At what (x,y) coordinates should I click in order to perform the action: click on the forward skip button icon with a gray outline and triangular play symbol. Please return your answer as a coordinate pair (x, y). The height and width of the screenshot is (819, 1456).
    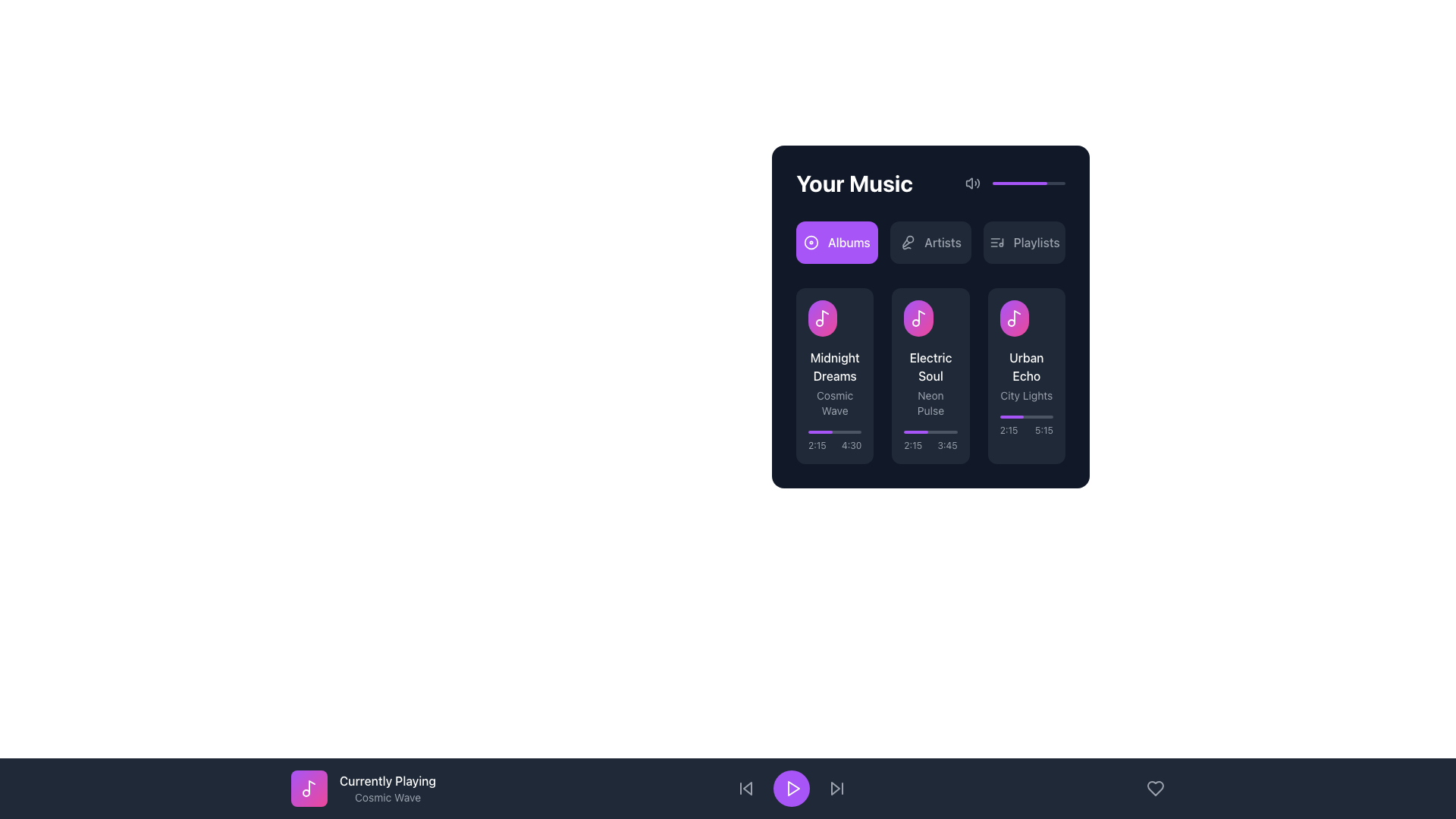
    Looking at the image, I should click on (836, 788).